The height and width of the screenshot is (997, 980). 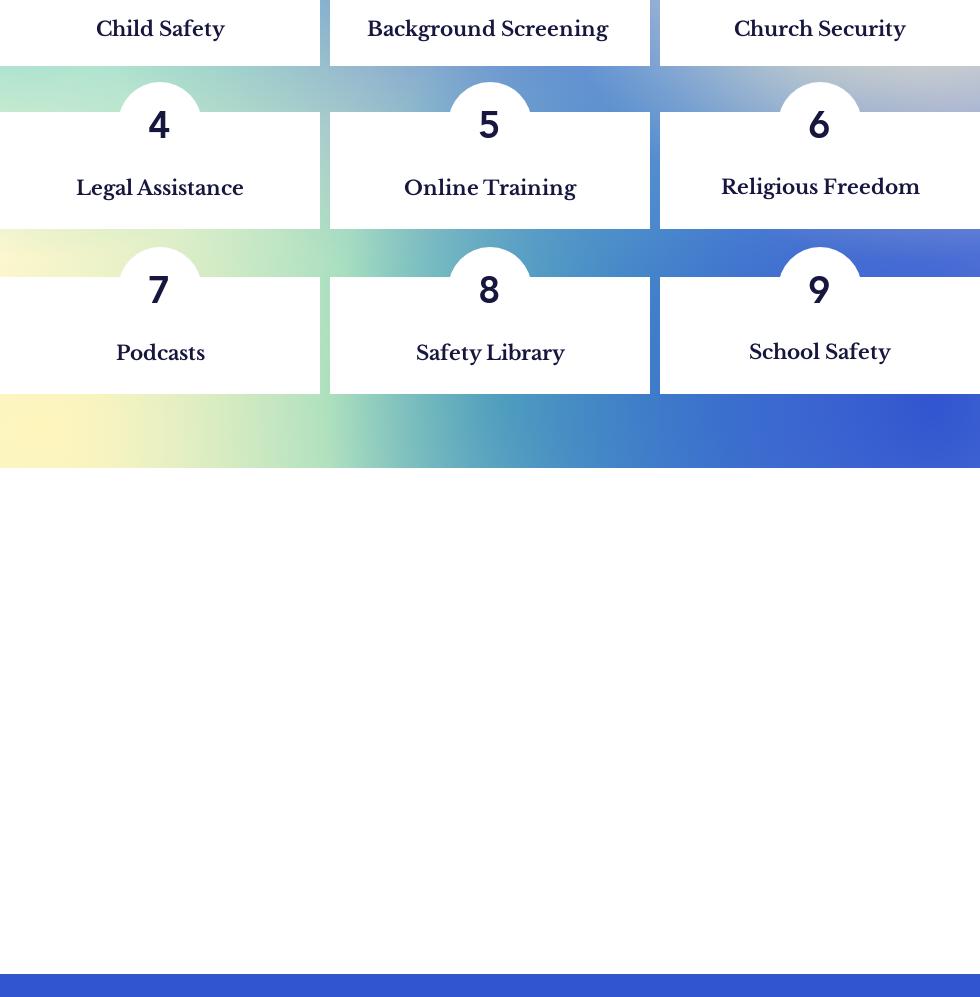 What do you see at coordinates (159, 288) in the screenshot?
I see `'7'` at bounding box center [159, 288].